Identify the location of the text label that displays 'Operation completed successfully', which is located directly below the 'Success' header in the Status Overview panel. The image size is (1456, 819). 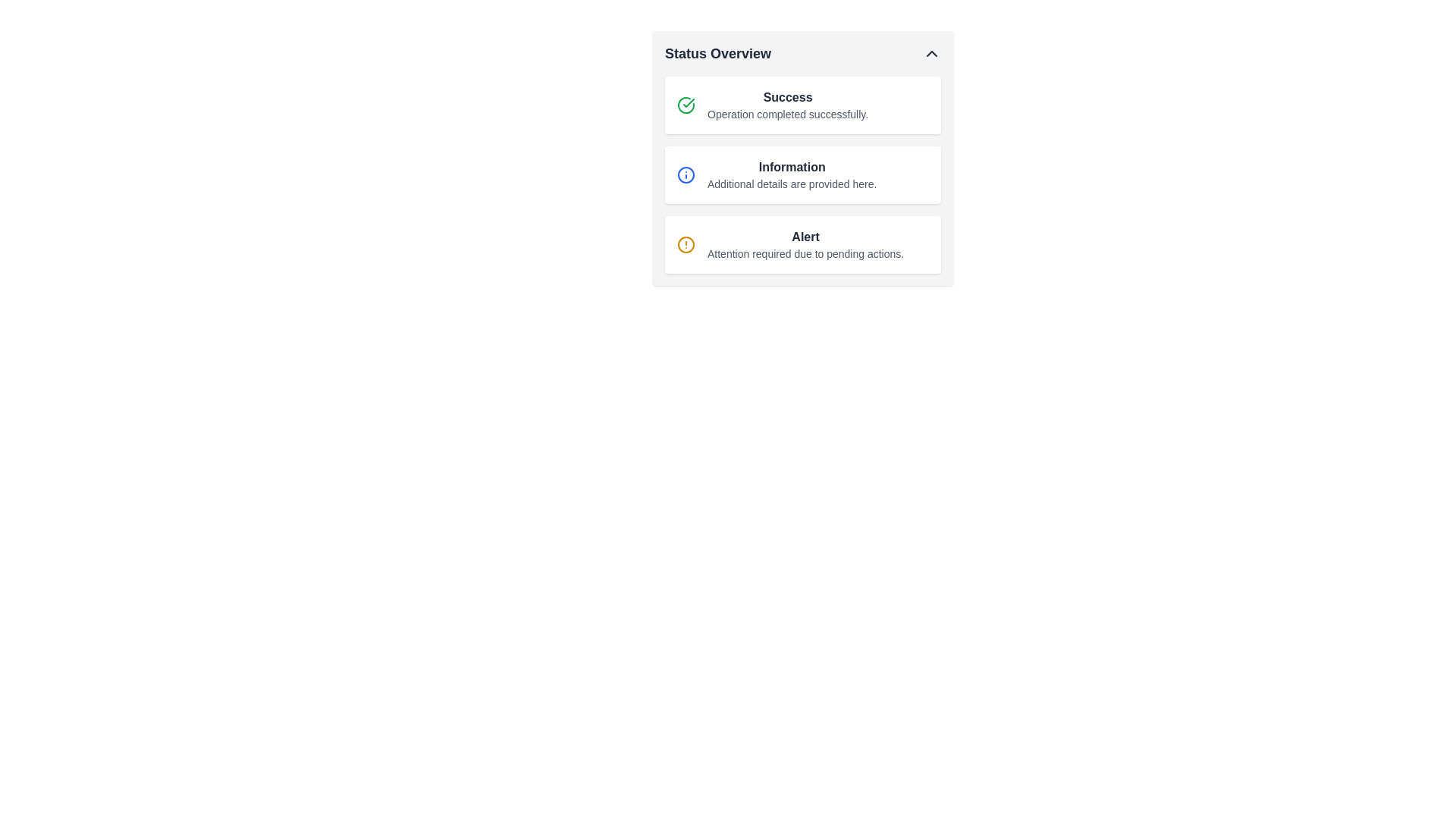
(788, 113).